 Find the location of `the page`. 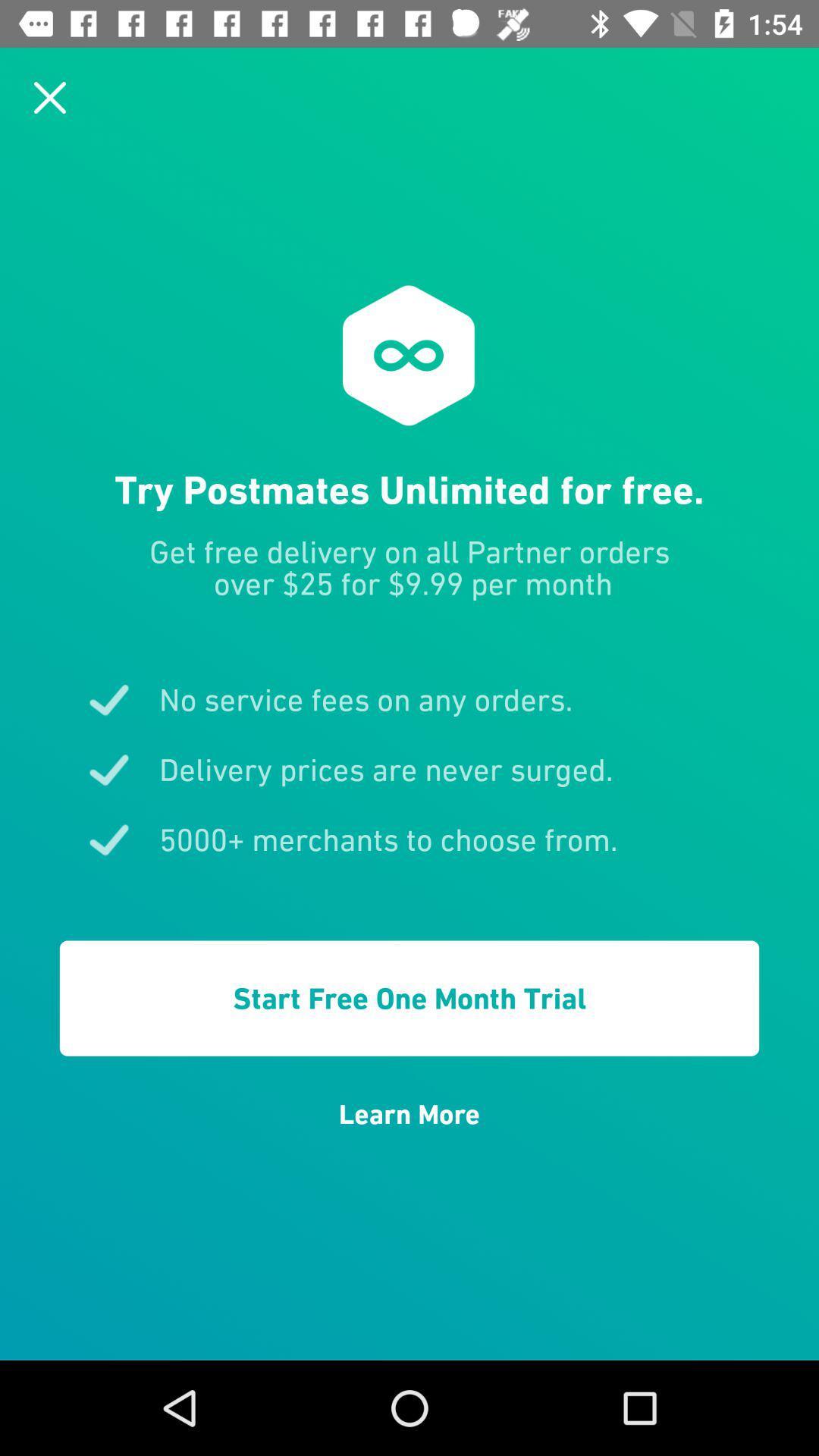

the page is located at coordinates (49, 96).